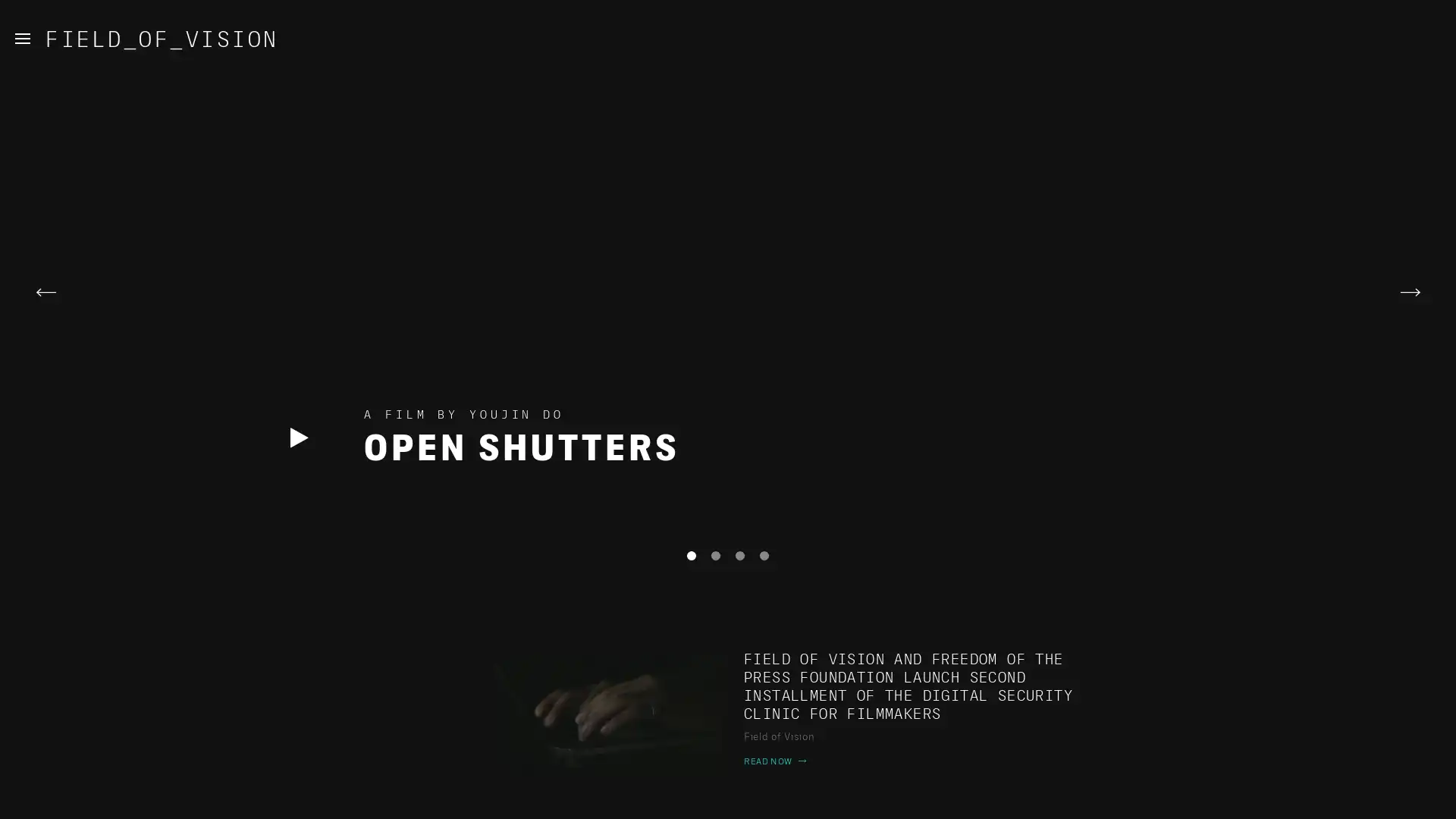 The height and width of the screenshot is (819, 1456). Describe the element at coordinates (746, 798) in the screenshot. I see `SUBMIT` at that location.